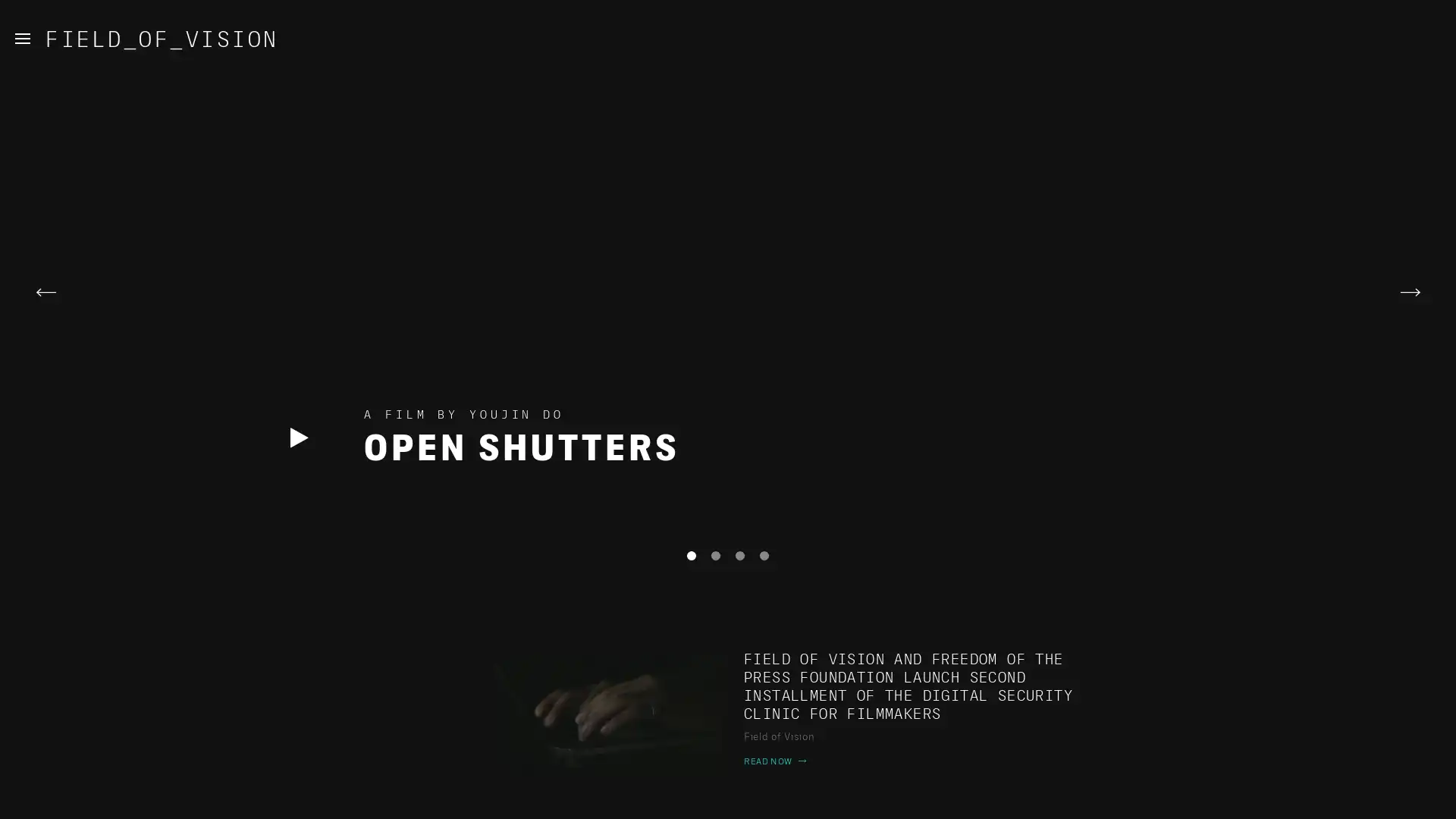 The height and width of the screenshot is (819, 1456). Describe the element at coordinates (746, 798) in the screenshot. I see `SUBMIT` at that location.